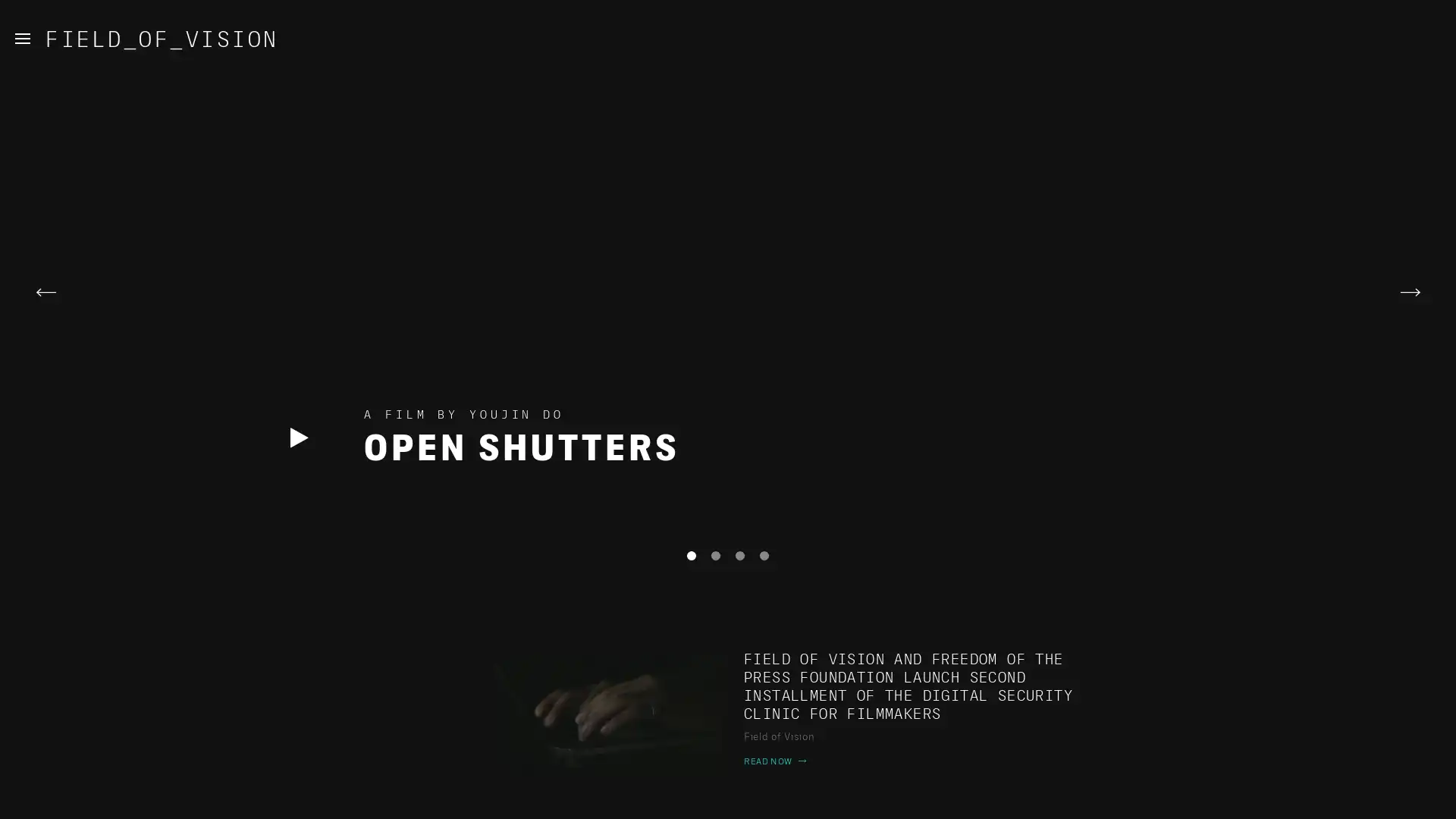 The height and width of the screenshot is (819, 1456). Describe the element at coordinates (746, 798) in the screenshot. I see `SUBMIT` at that location.